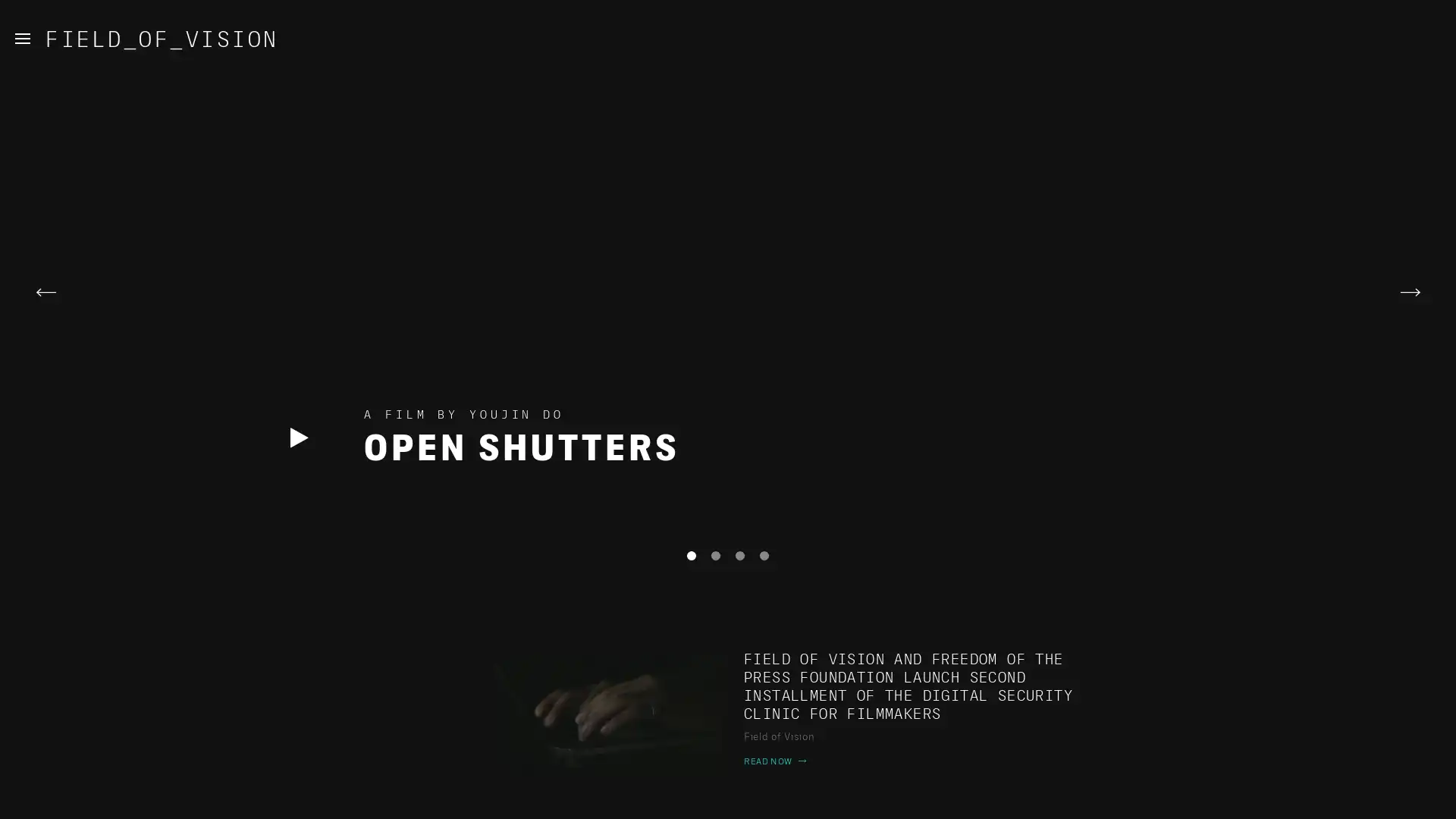 The height and width of the screenshot is (819, 1456). Describe the element at coordinates (746, 798) in the screenshot. I see `SUBMIT` at that location.